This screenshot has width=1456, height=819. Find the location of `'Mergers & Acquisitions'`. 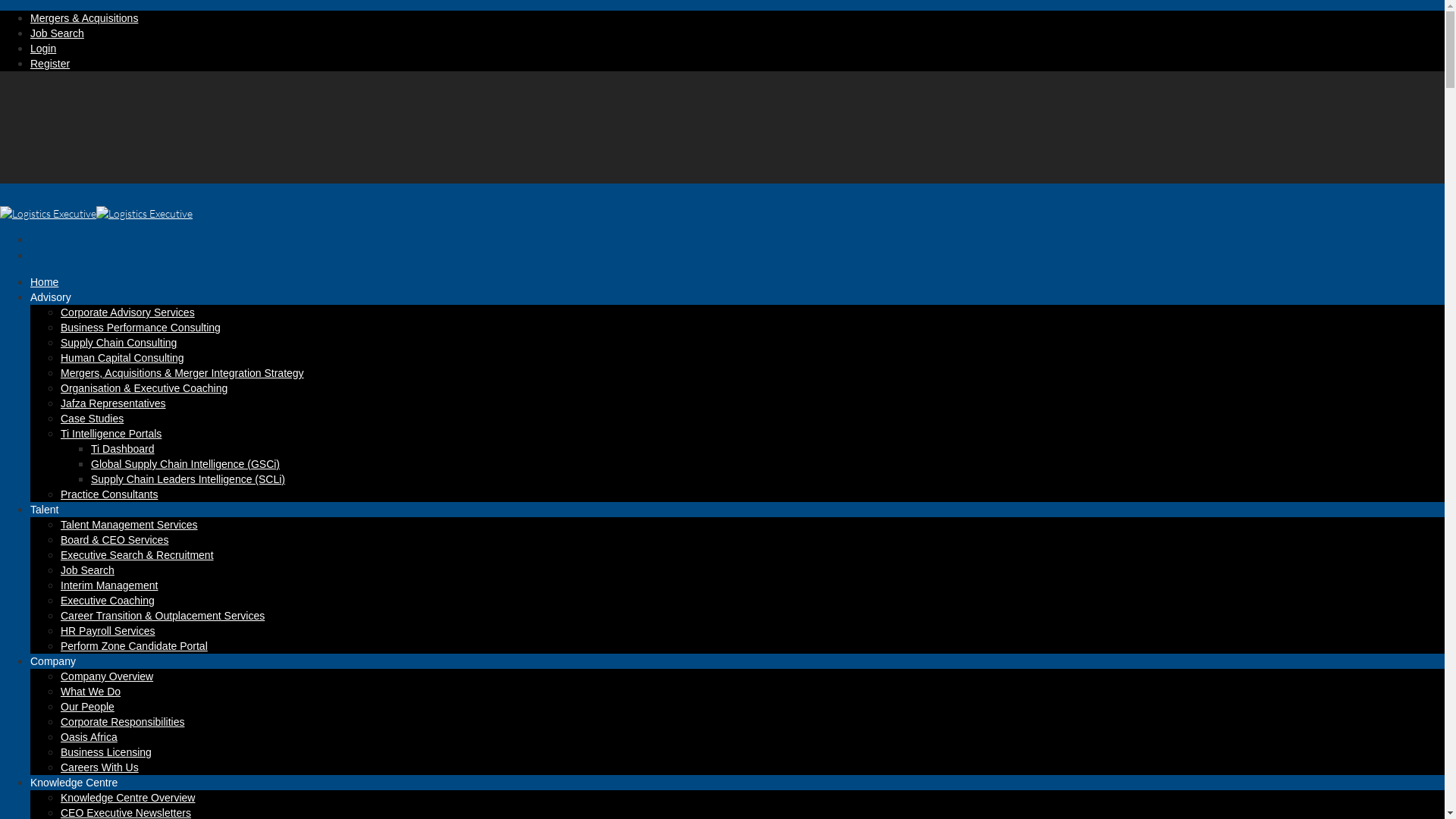

'Mergers & Acquisitions' is located at coordinates (30, 17).